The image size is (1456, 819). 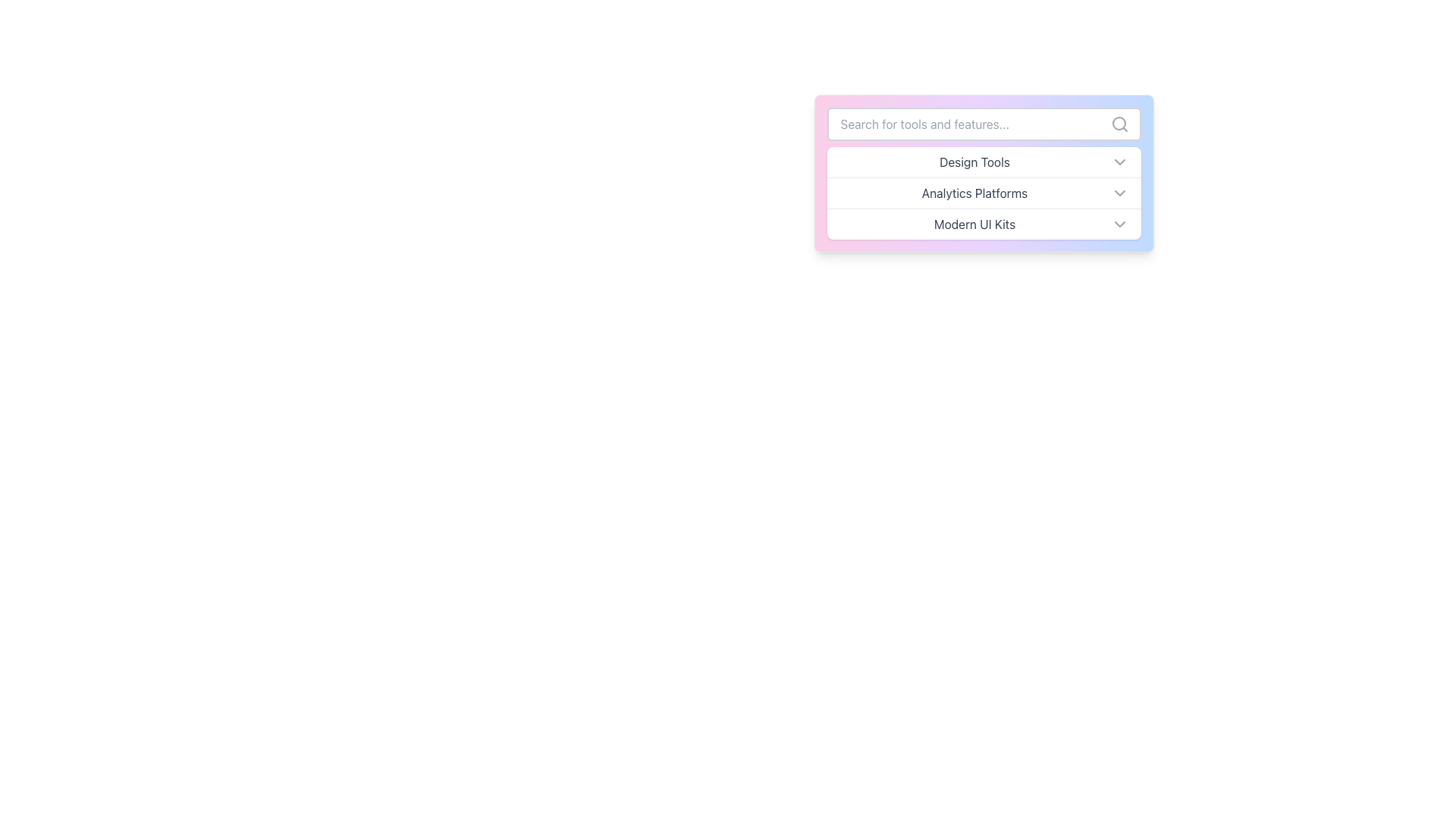 I want to click on the circular outlined search icon located in the top-right area of the search field, so click(x=1119, y=122).